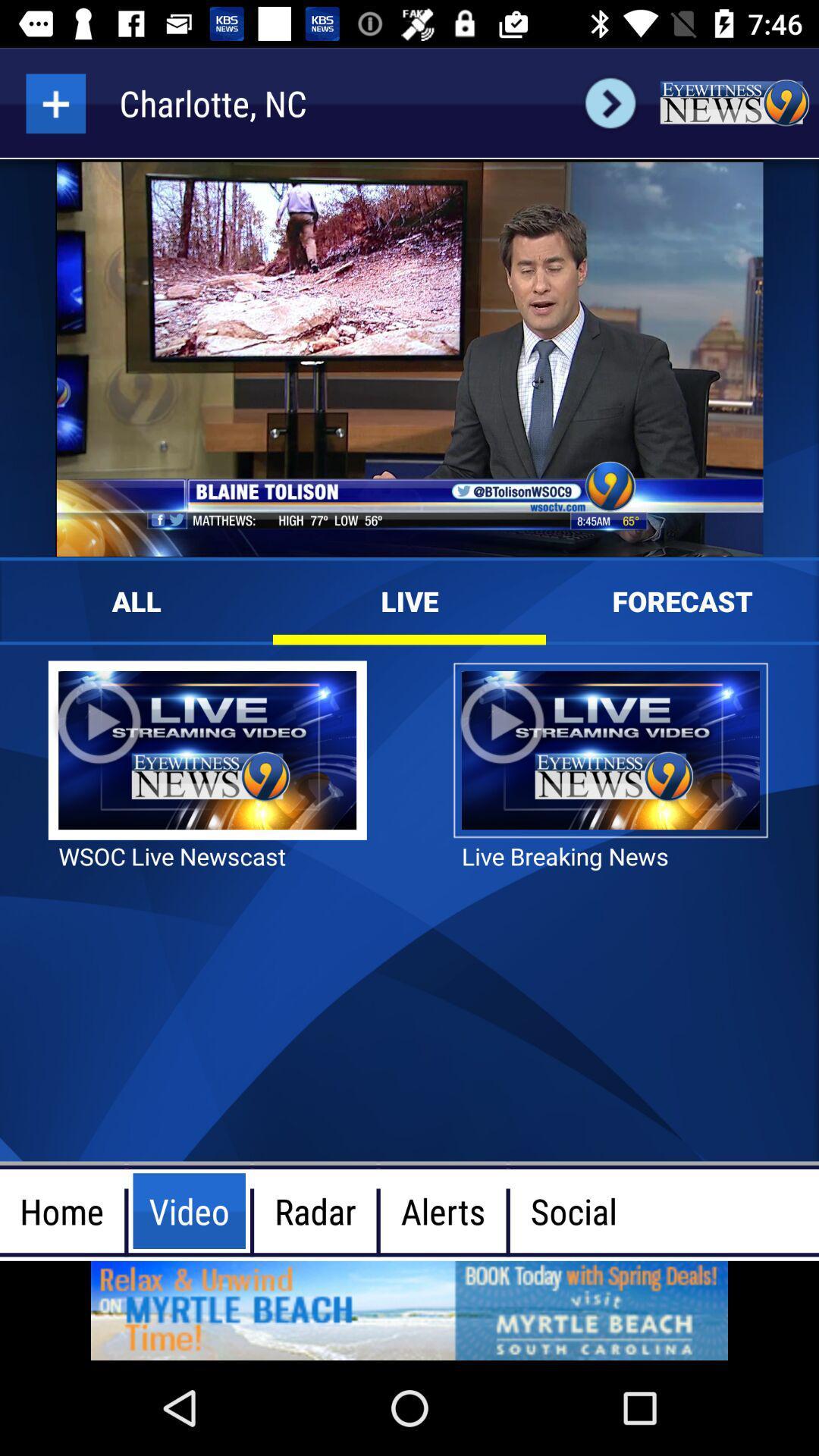  I want to click on the arrow_forward icon, so click(610, 102).